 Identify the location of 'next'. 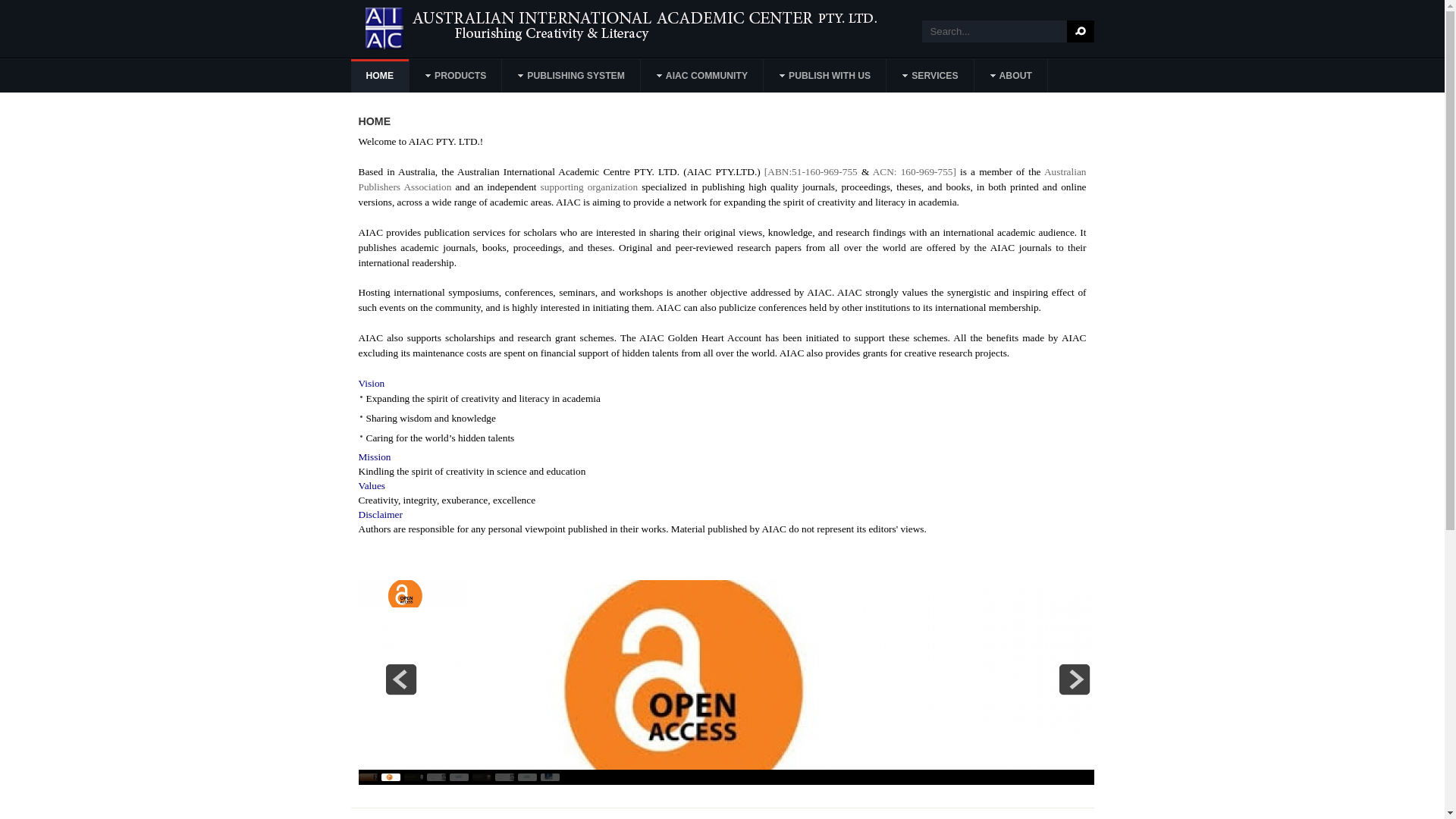
(1073, 678).